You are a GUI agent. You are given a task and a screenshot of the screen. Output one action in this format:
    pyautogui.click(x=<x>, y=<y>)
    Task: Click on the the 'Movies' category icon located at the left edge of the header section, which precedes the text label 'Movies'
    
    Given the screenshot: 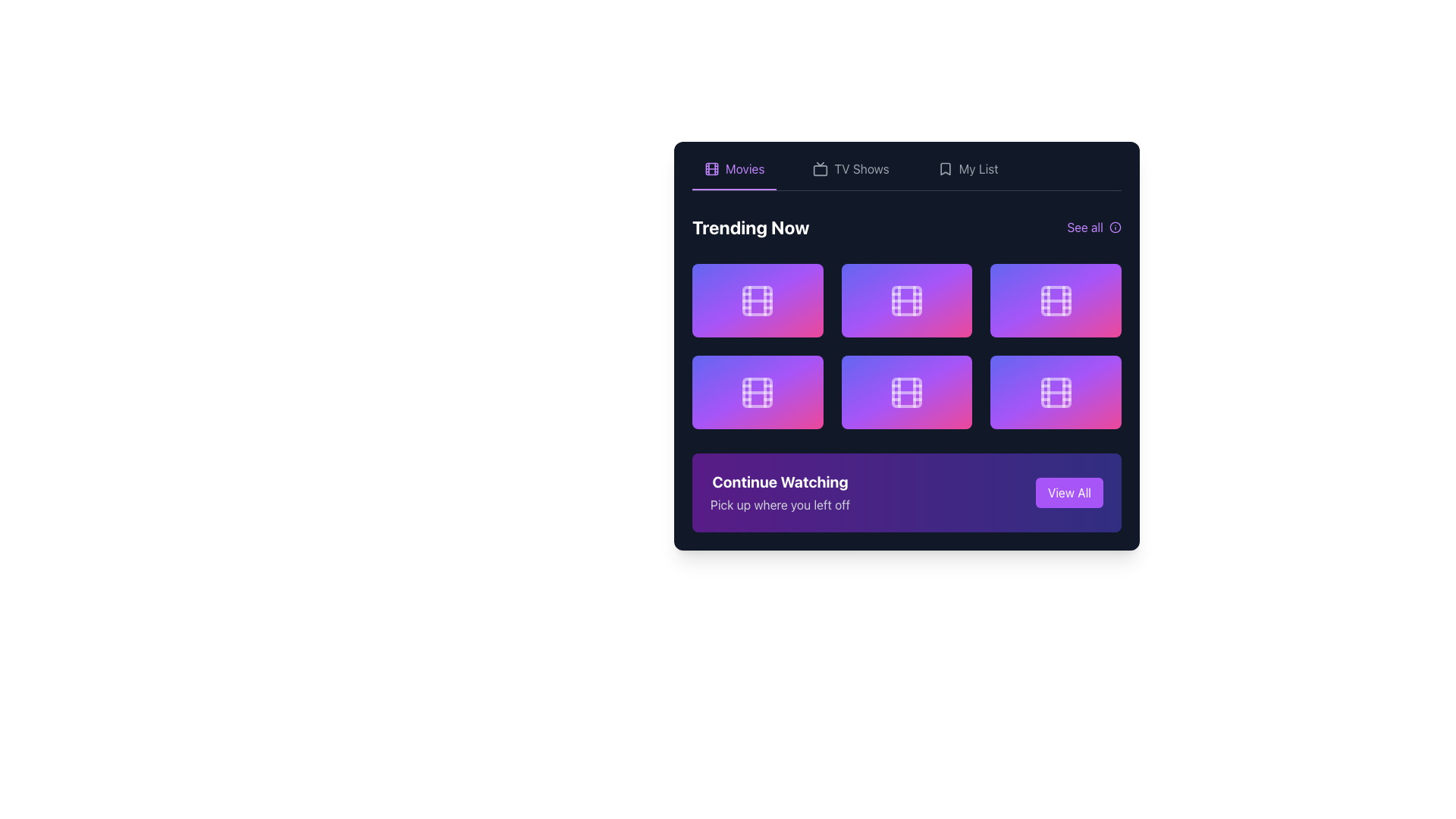 What is the action you would take?
    pyautogui.click(x=711, y=169)
    